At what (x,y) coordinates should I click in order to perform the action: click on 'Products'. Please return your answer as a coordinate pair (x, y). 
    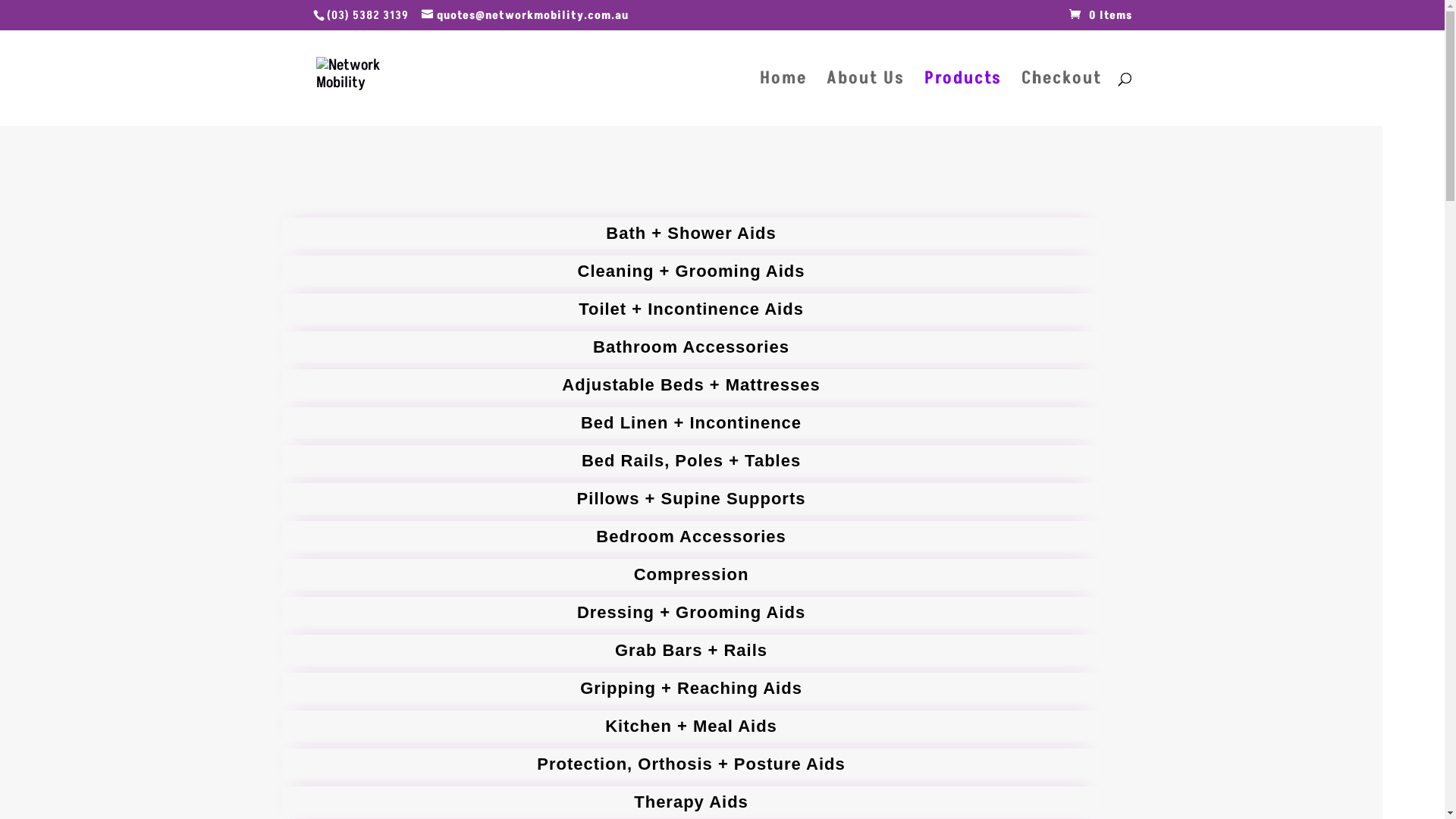
    Looking at the image, I should click on (961, 99).